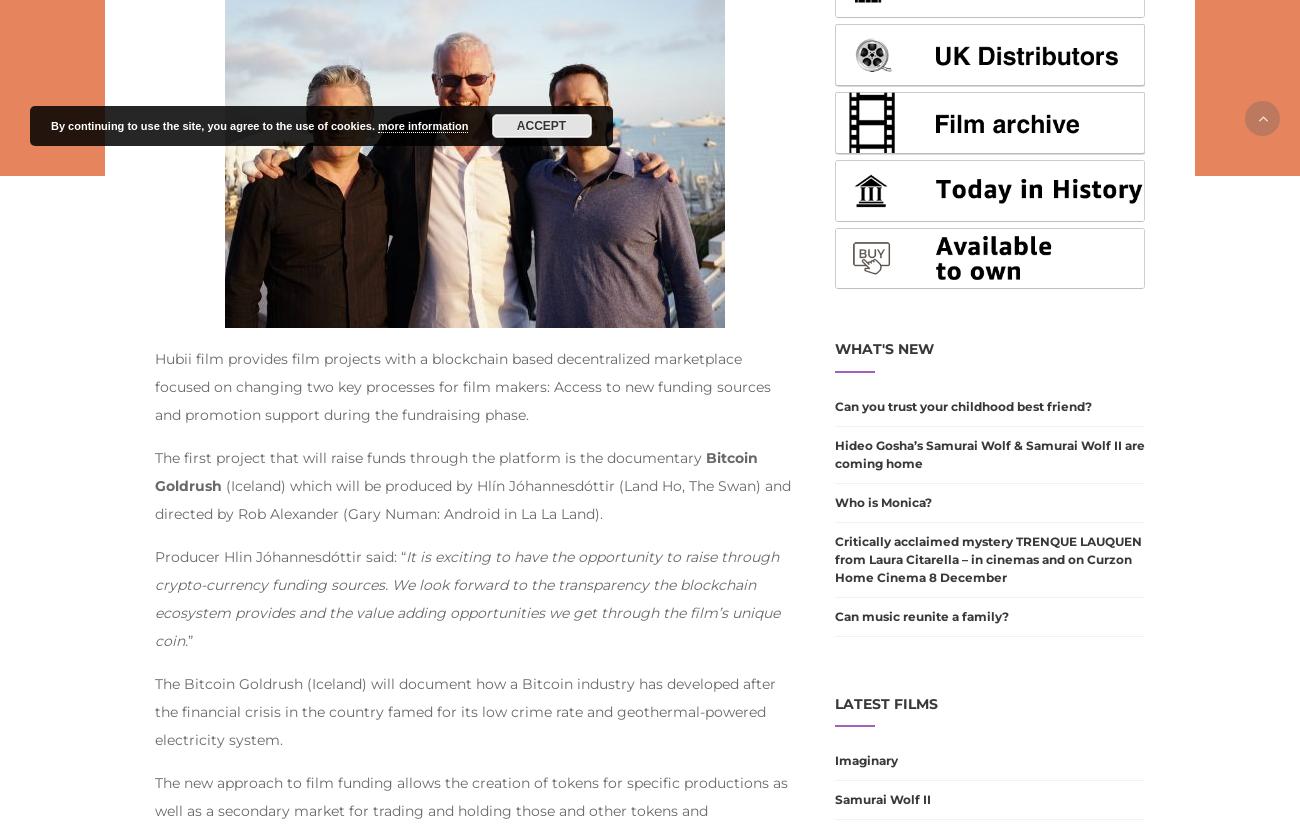 Image resolution: width=1300 pixels, height=824 pixels. What do you see at coordinates (883, 347) in the screenshot?
I see `'What's New'` at bounding box center [883, 347].